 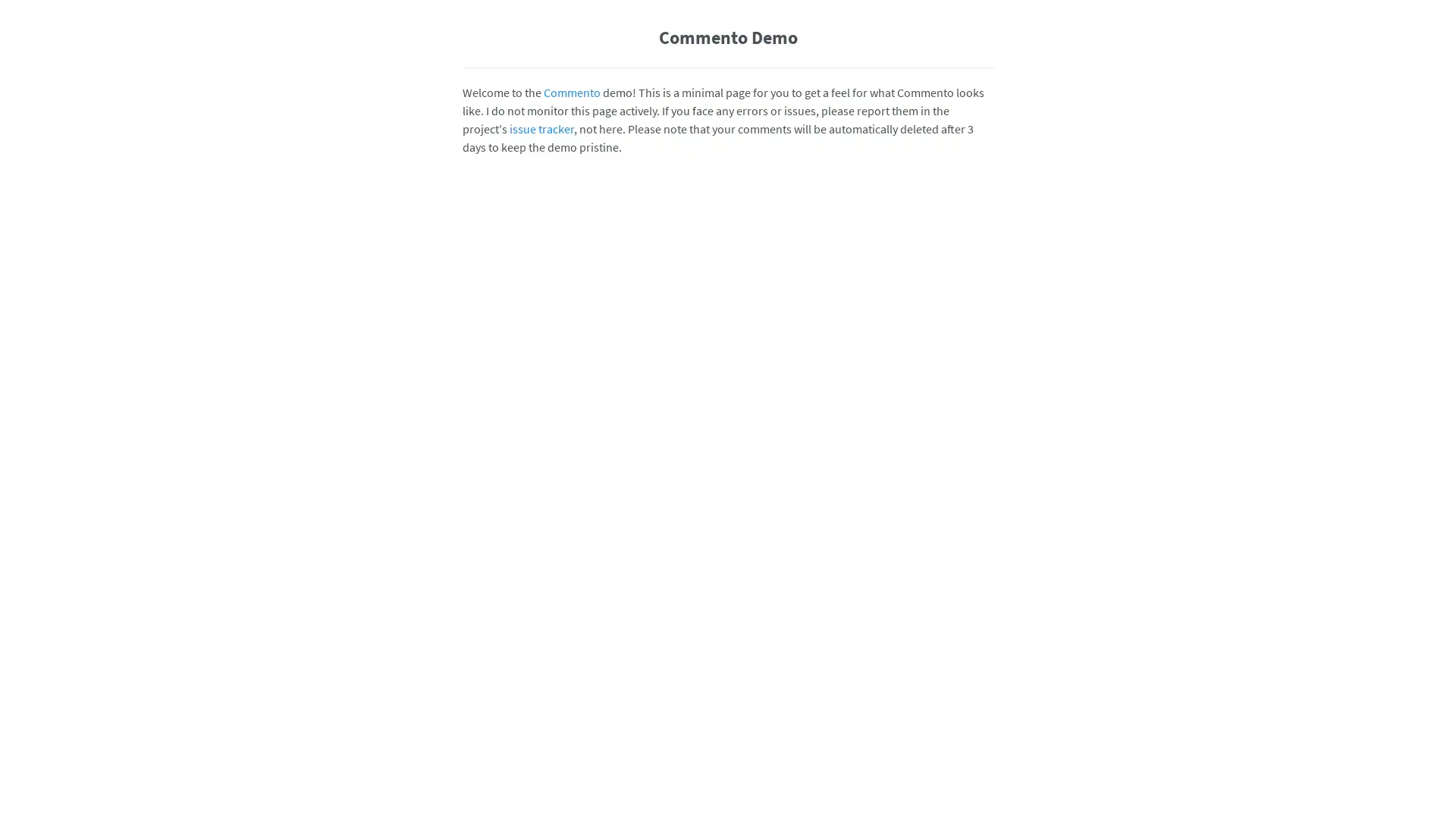 What do you see at coordinates (910, 701) in the screenshot?
I see `Reply` at bounding box center [910, 701].